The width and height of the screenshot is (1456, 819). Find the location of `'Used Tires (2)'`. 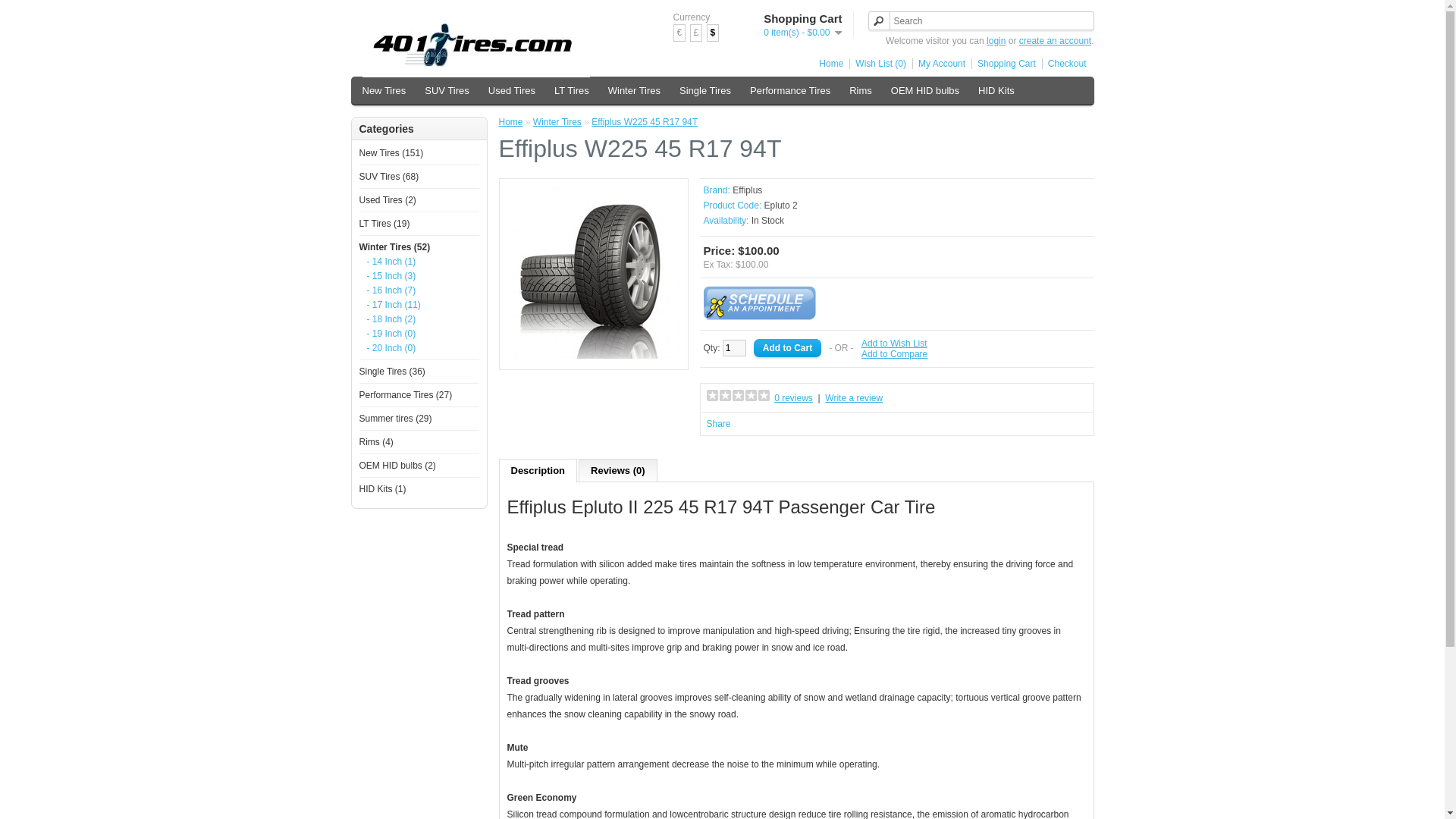

'Used Tires (2)' is located at coordinates (388, 199).